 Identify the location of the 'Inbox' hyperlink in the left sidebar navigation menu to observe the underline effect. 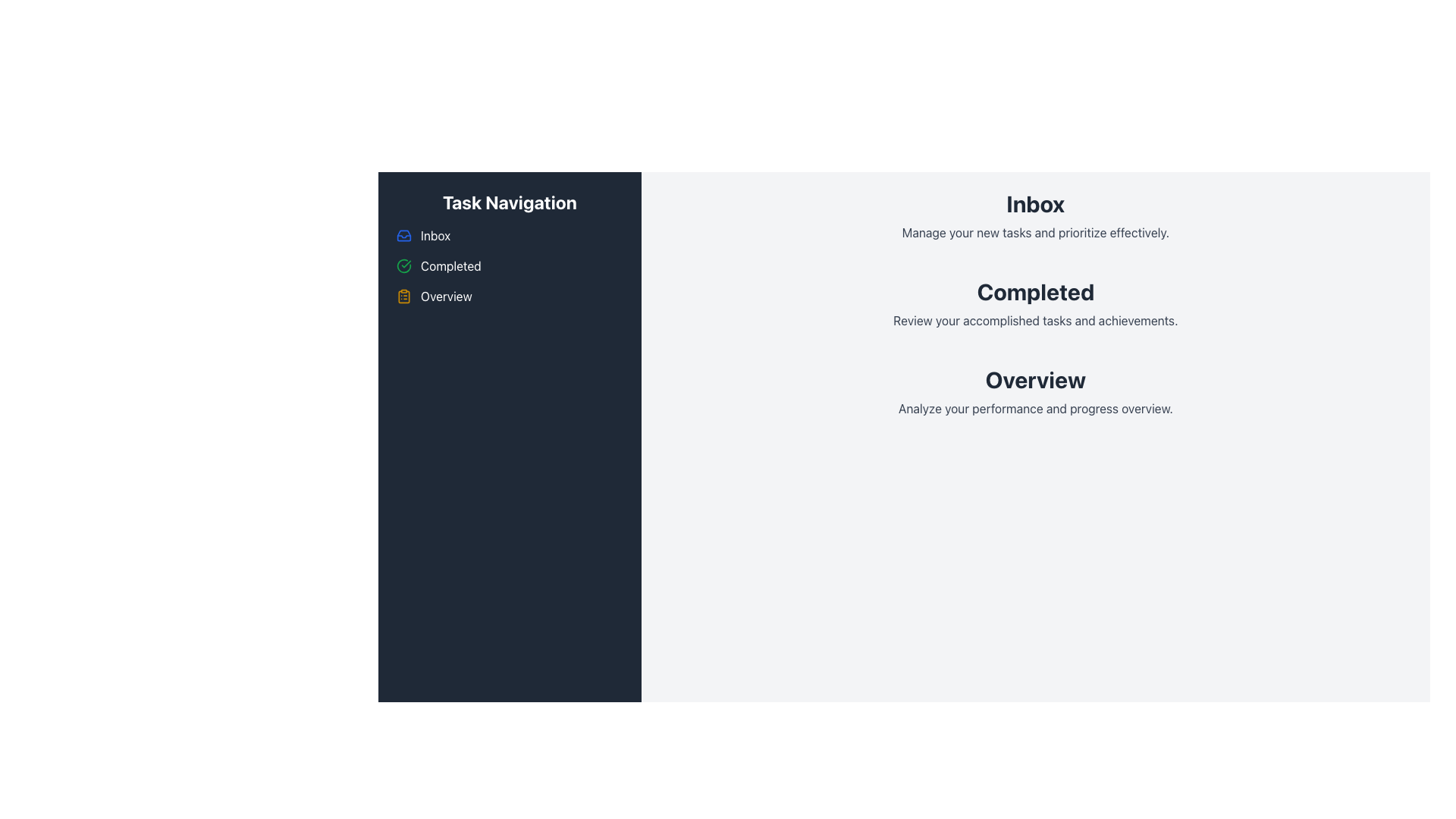
(435, 236).